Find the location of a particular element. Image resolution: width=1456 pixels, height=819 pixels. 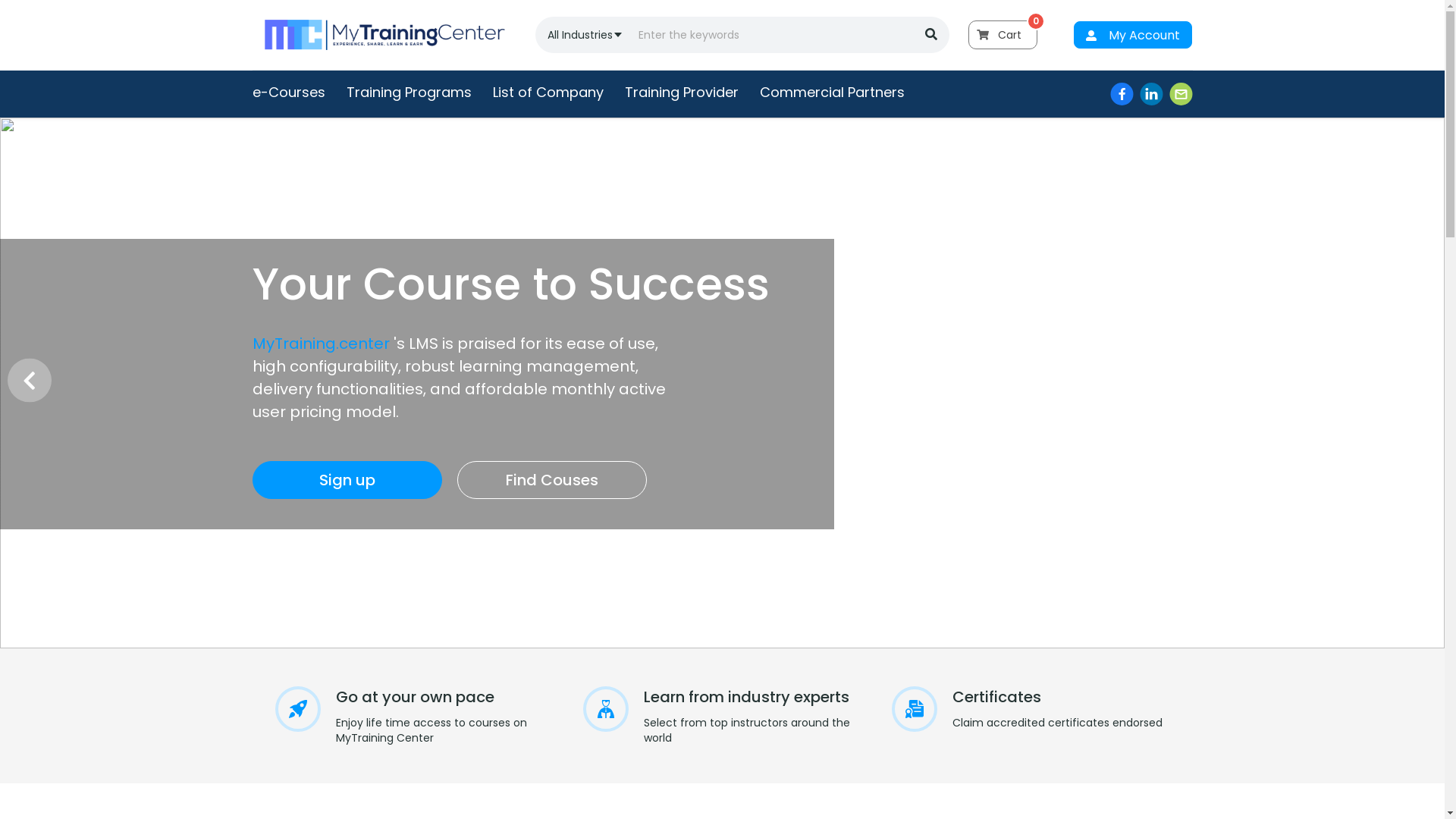

'Sign up' is located at coordinates (251, 479).